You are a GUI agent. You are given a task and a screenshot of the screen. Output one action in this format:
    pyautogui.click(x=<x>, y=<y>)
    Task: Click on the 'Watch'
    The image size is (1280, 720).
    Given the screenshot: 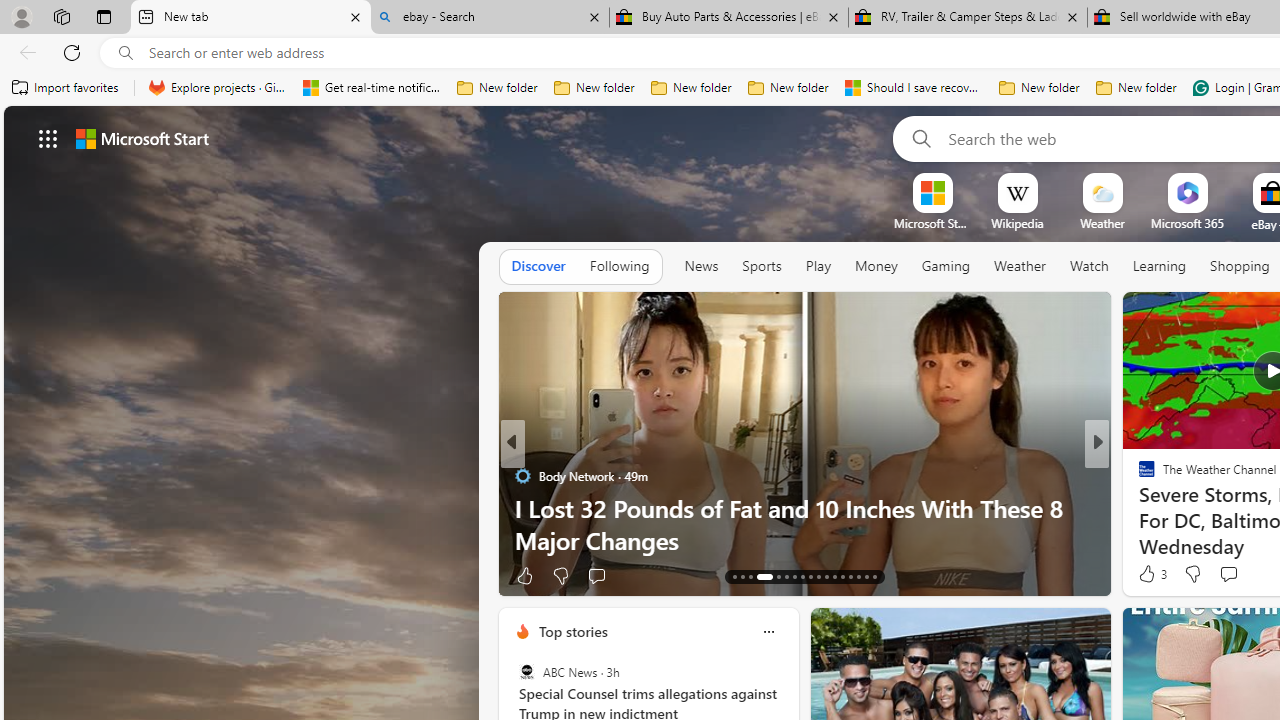 What is the action you would take?
    pyautogui.click(x=1088, y=266)
    